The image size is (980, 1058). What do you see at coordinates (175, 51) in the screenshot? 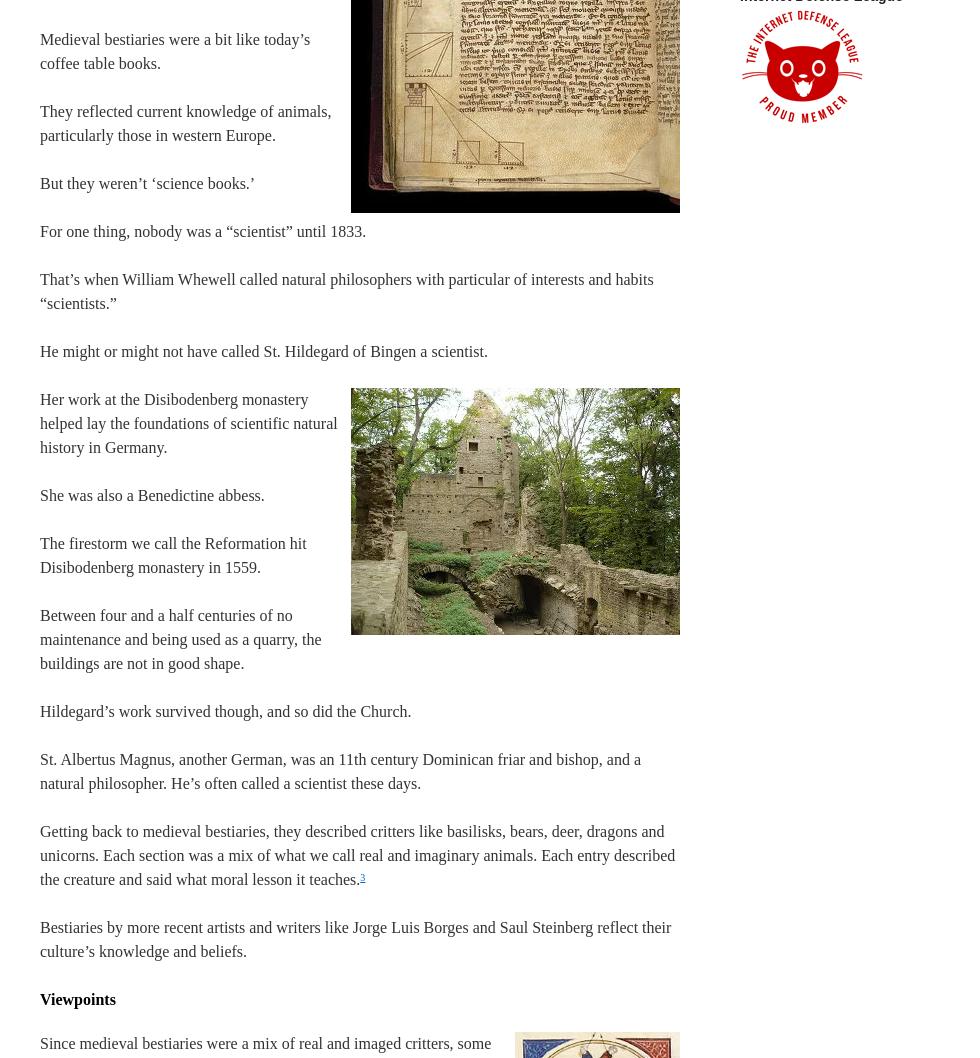
I see `'Medieval bestiaries were a bit like today’s coffee table books.'` at bounding box center [175, 51].